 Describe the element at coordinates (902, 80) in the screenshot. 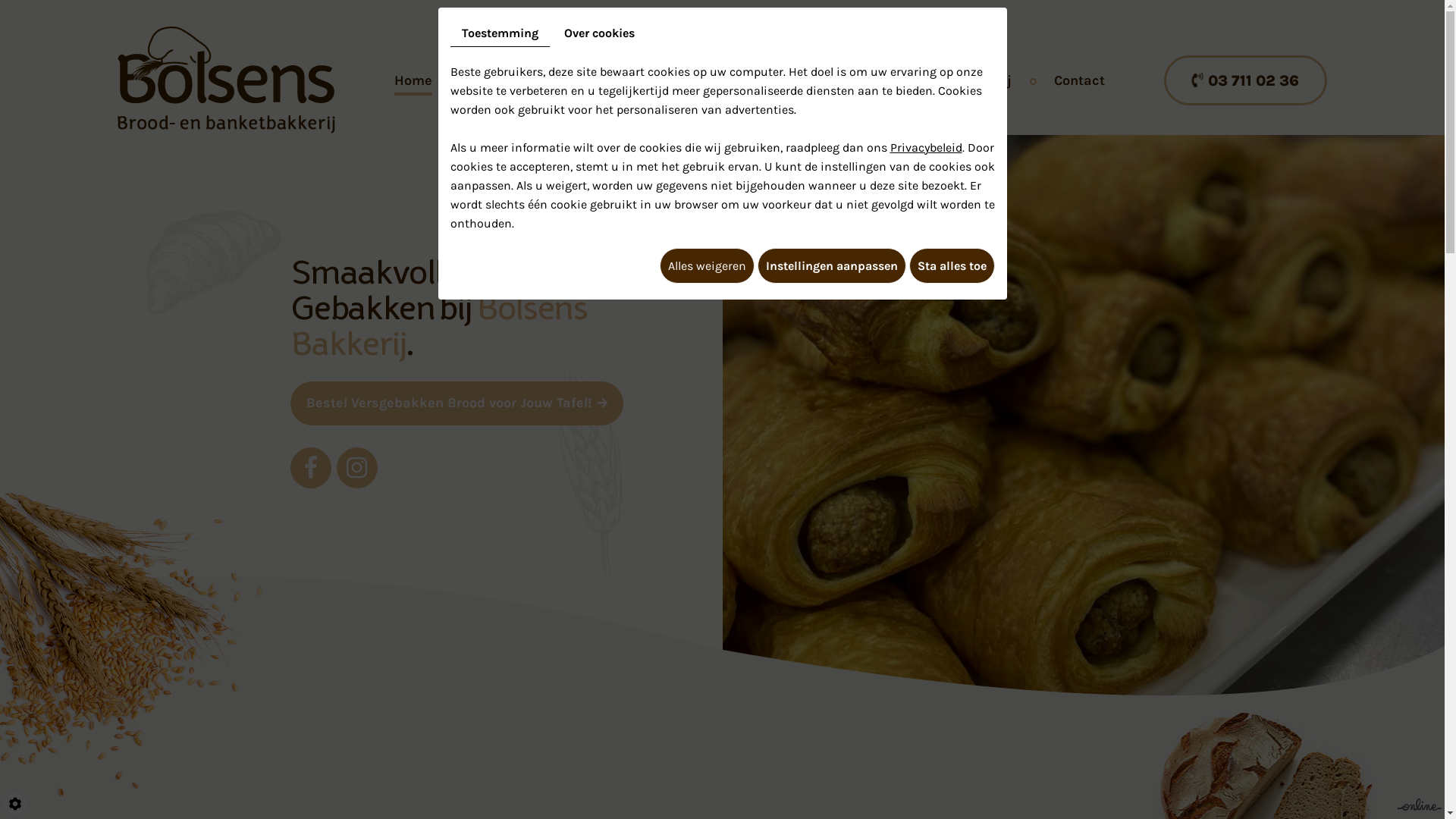

I see `'Nieuws'` at that location.